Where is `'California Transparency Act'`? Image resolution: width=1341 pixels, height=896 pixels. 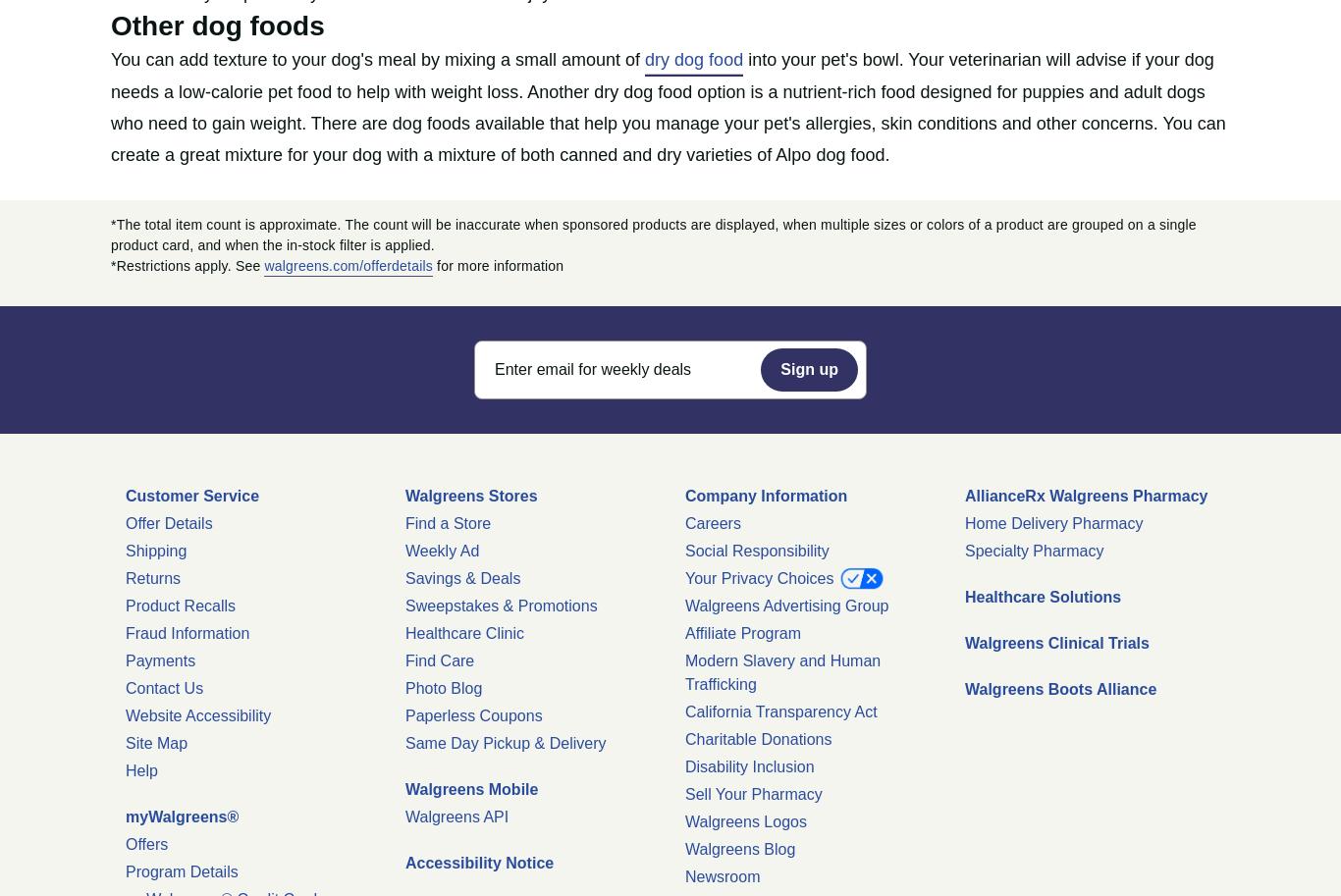 'California Transparency Act' is located at coordinates (780, 711).